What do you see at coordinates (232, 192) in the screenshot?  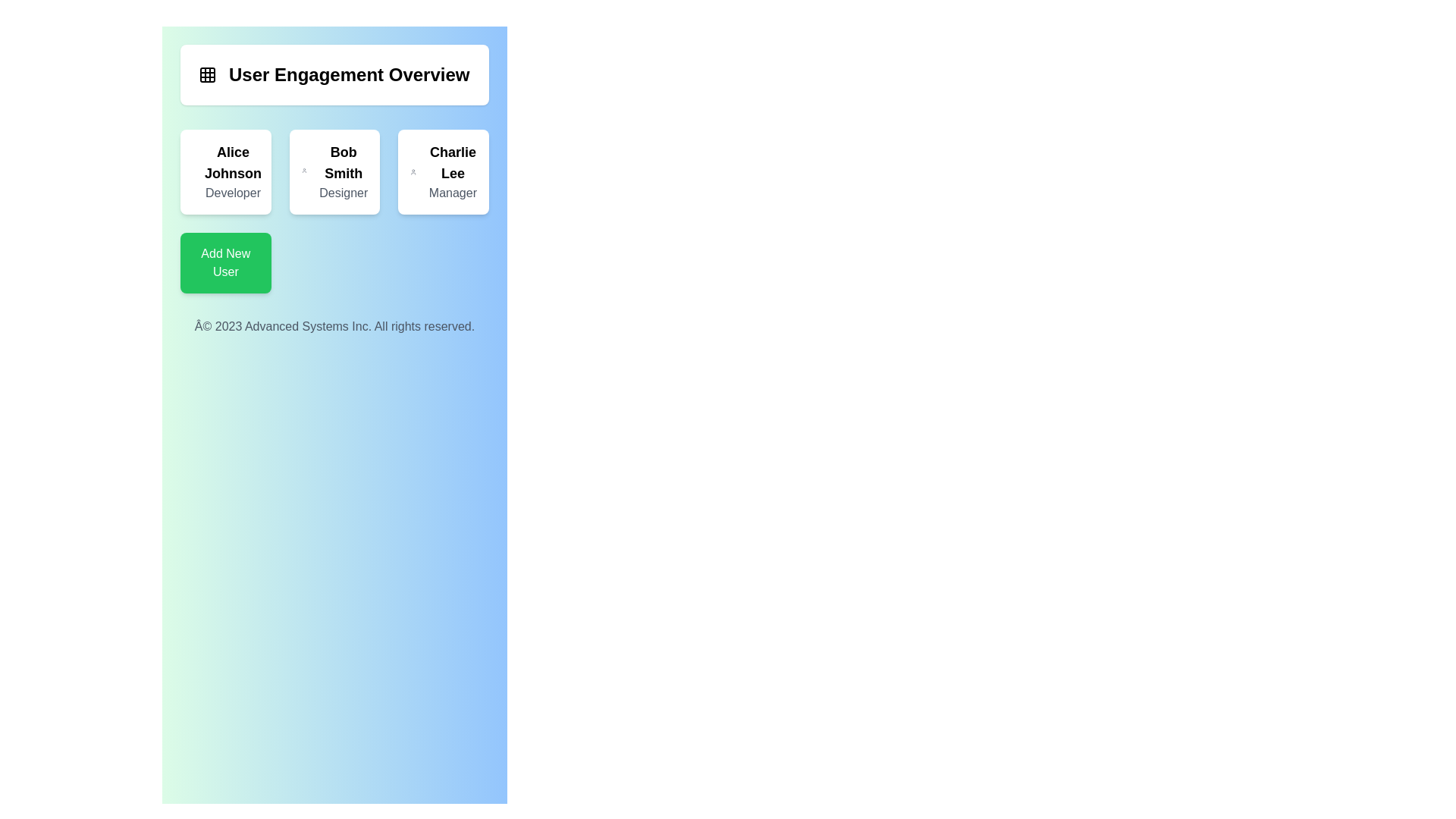 I see `the Text Label that displays the word 'Developer', which is centered below the name 'Alice Johnson' in muted gray color` at bounding box center [232, 192].